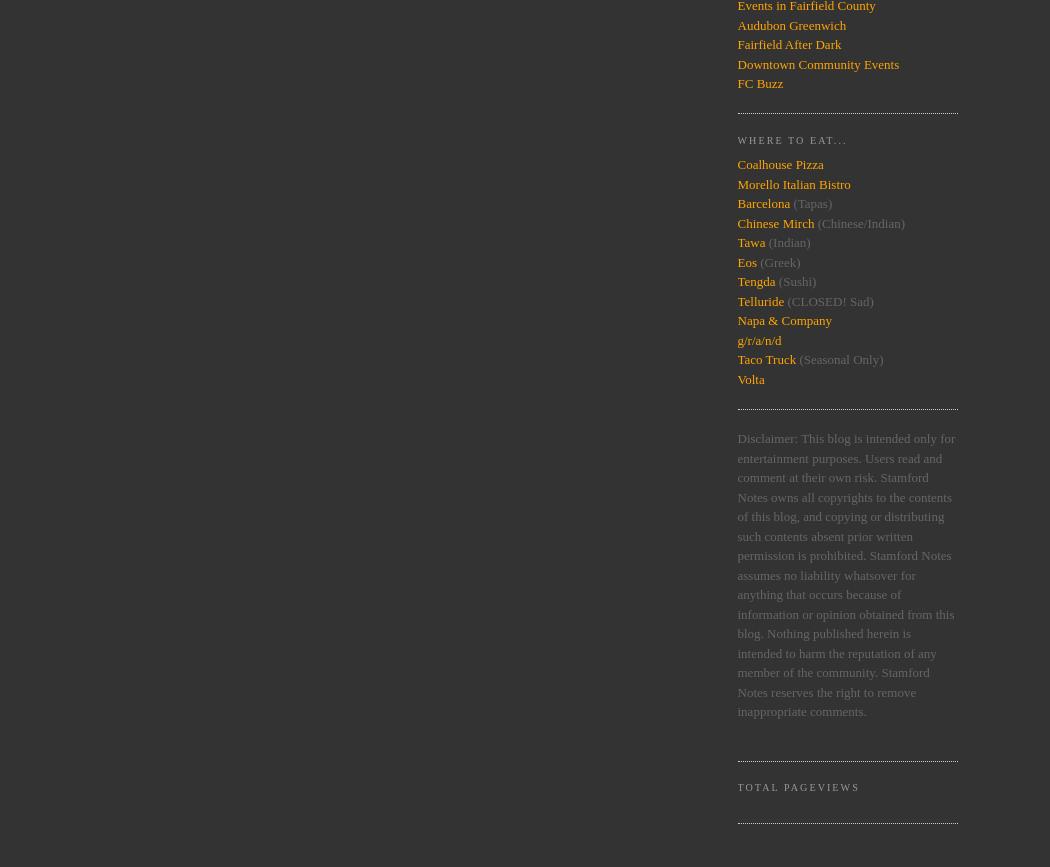  I want to click on 'Total Pageviews', so click(797, 786).